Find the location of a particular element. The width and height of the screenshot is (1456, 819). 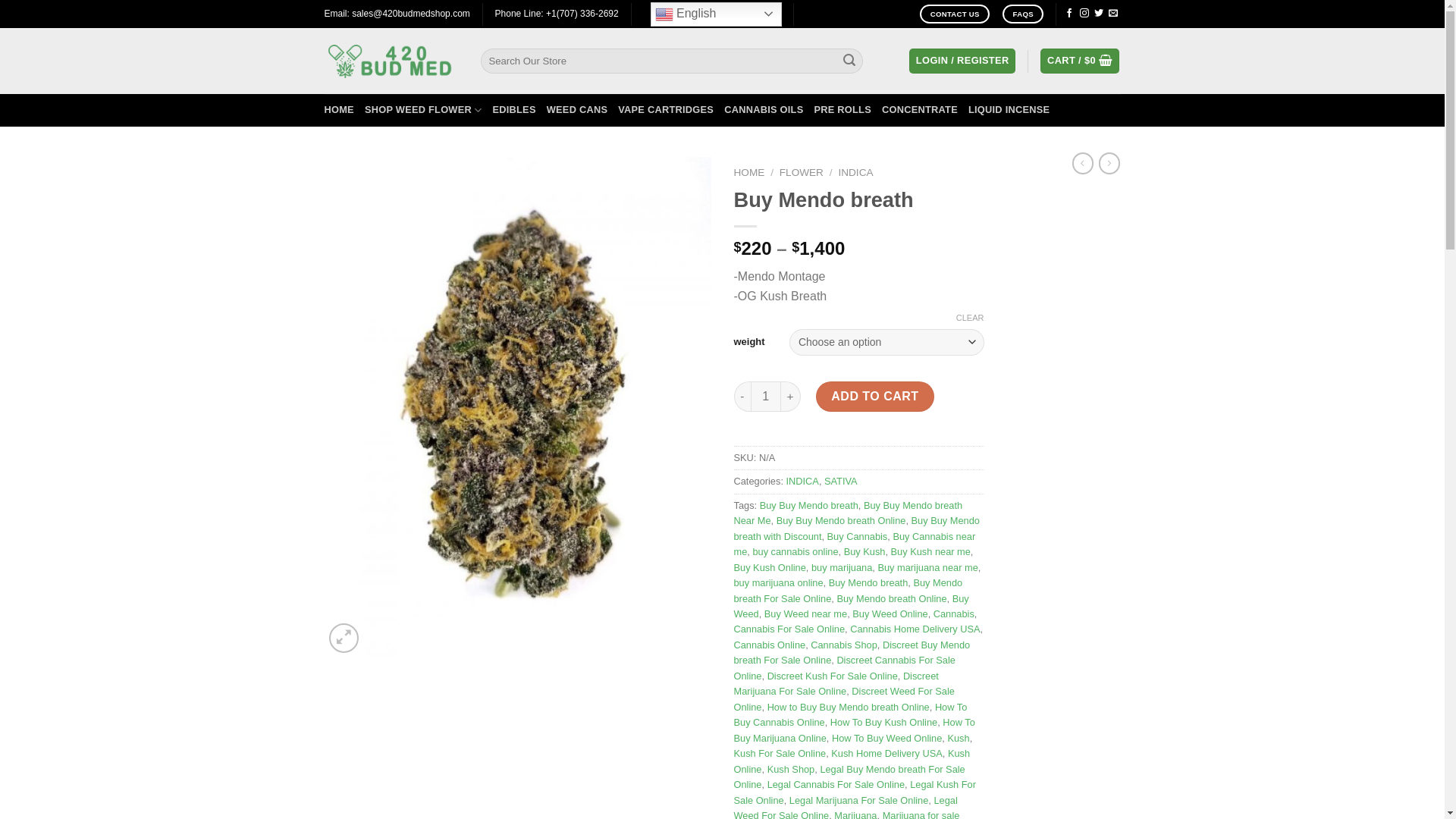

'Cannabis Home Delivery USA' is located at coordinates (914, 629).